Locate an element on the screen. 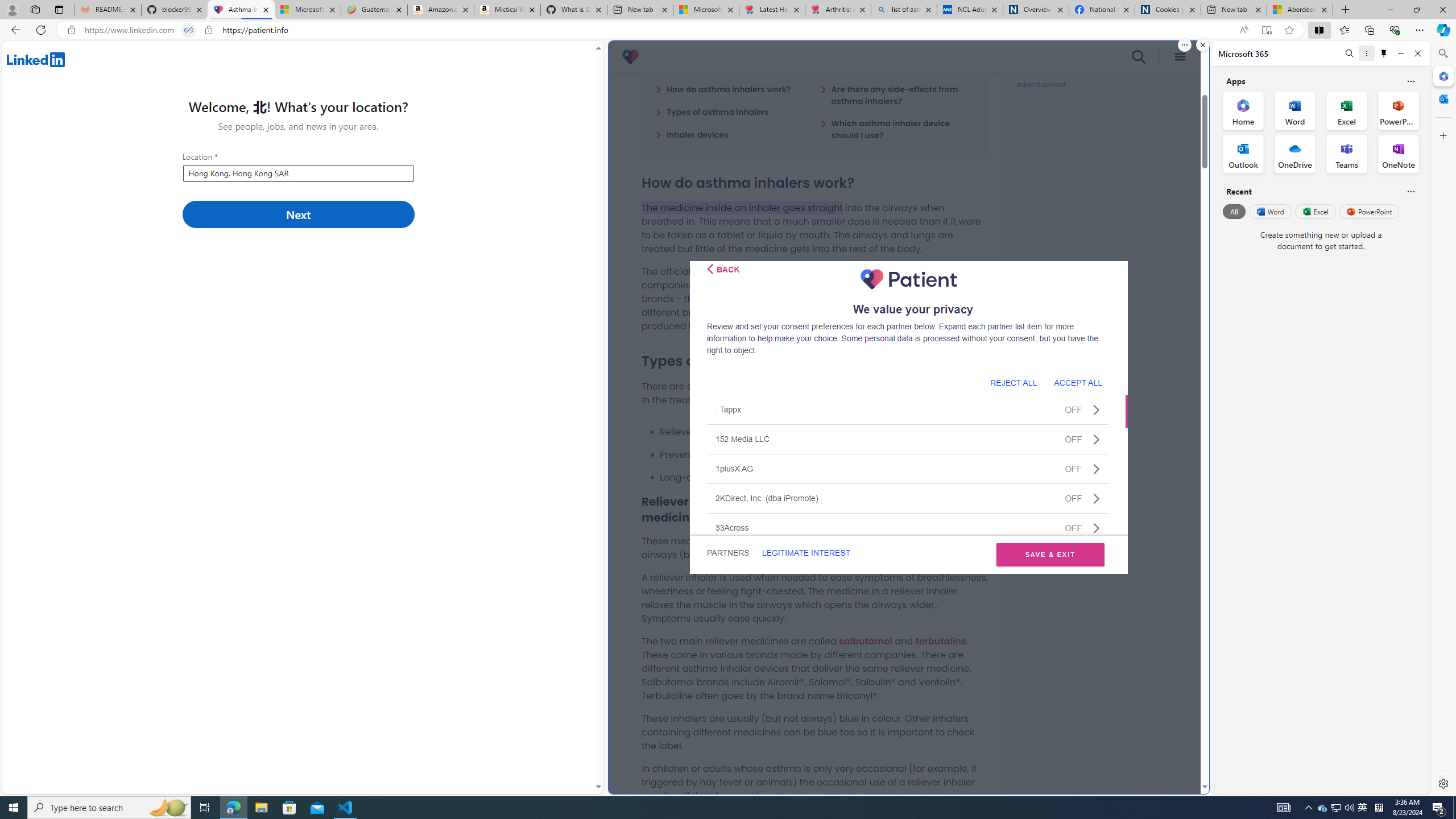 This screenshot has width=1456, height=819. 'REJECT ALL' is located at coordinates (1013, 382).